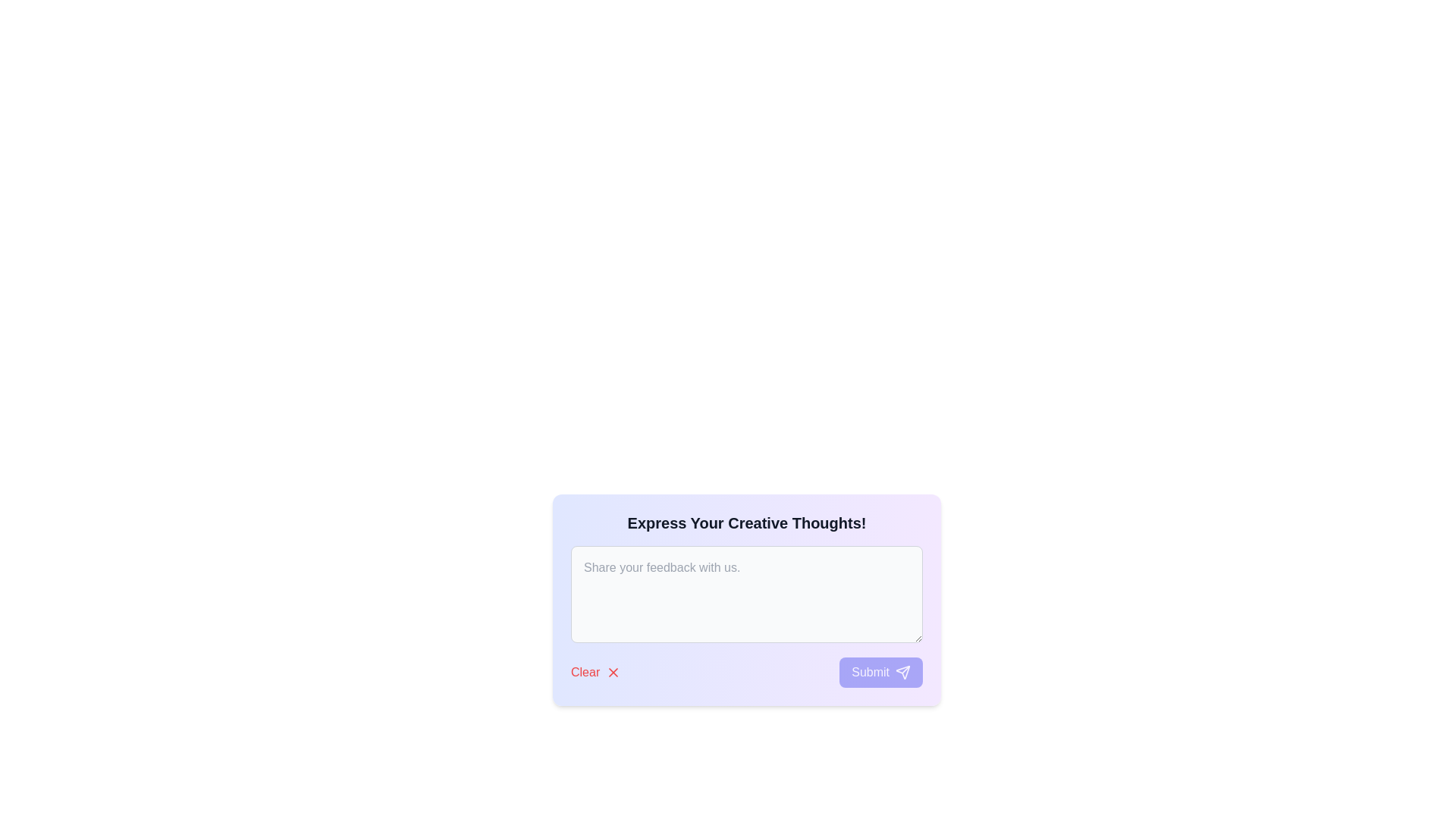 Image resolution: width=1456 pixels, height=819 pixels. What do you see at coordinates (881, 672) in the screenshot?
I see `the 'Submit' button with a rounded rectangular shape and a gradient background from blue to purple, containing white text and an arrow icon` at bounding box center [881, 672].